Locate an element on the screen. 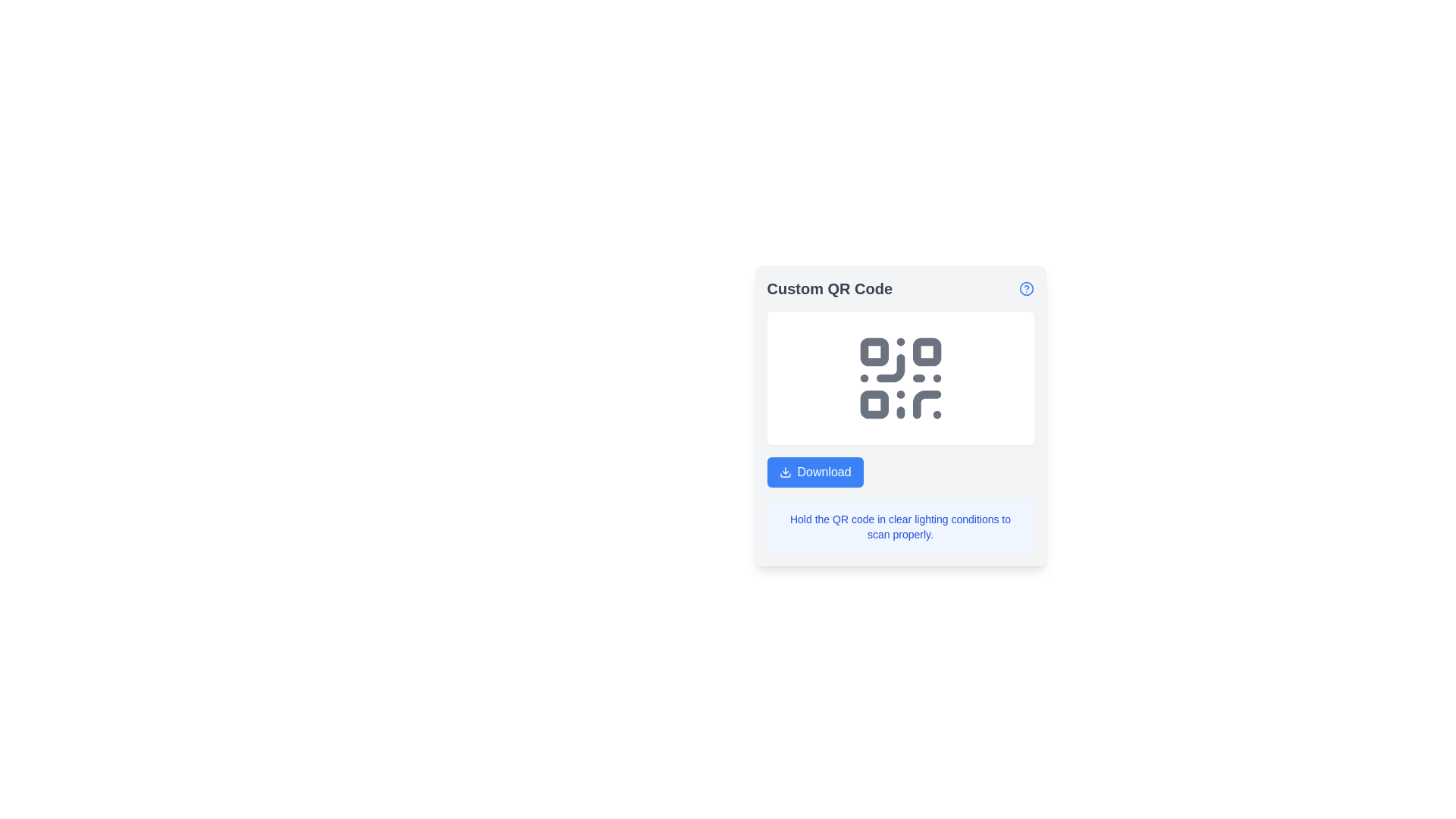  the top-left filled square module of the QR code in the 'Custom QR Code' dialog box is located at coordinates (874, 352).